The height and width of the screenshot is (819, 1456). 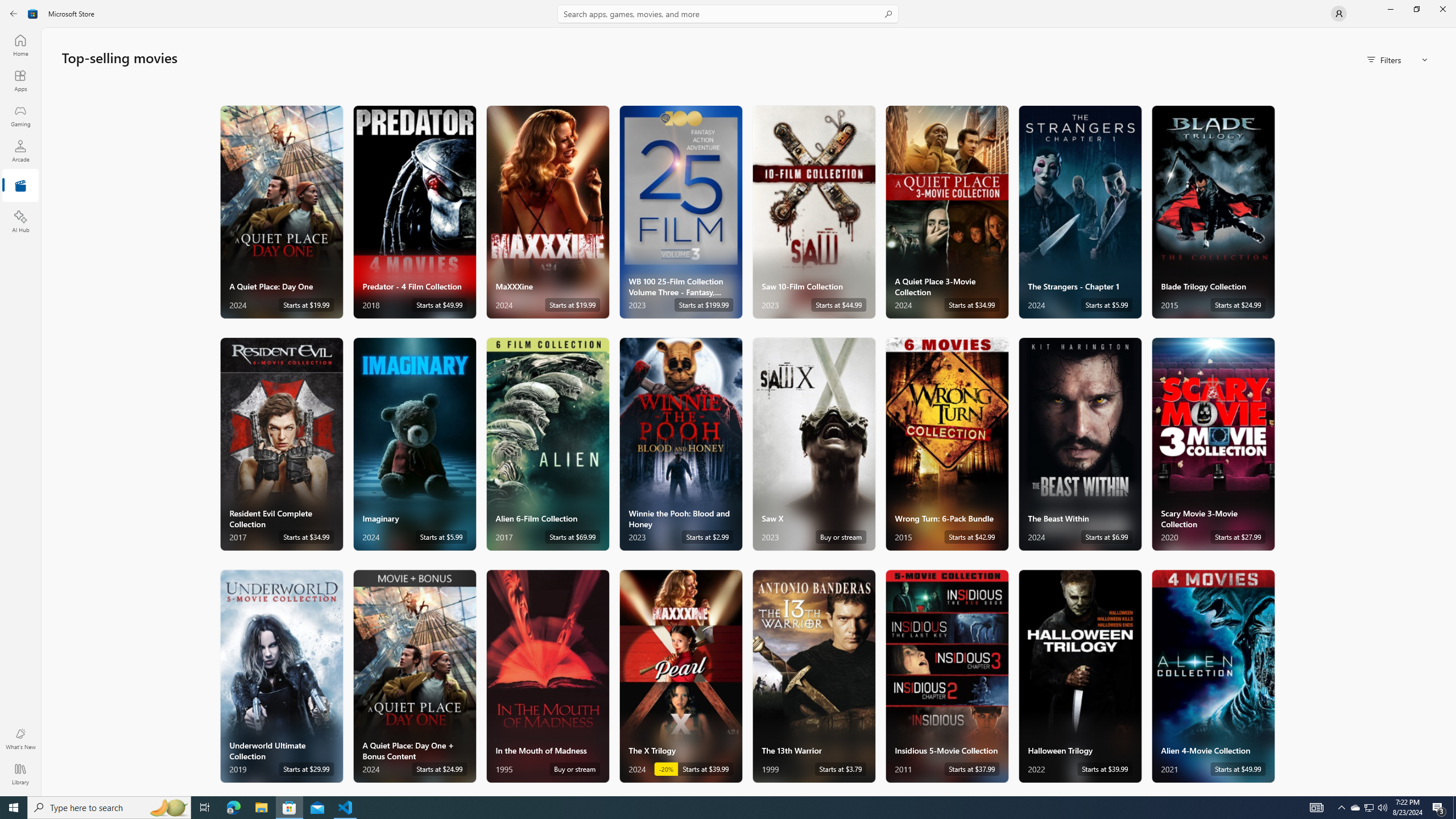 I want to click on 'Close Microsoft Store', so click(x=1442, y=9).